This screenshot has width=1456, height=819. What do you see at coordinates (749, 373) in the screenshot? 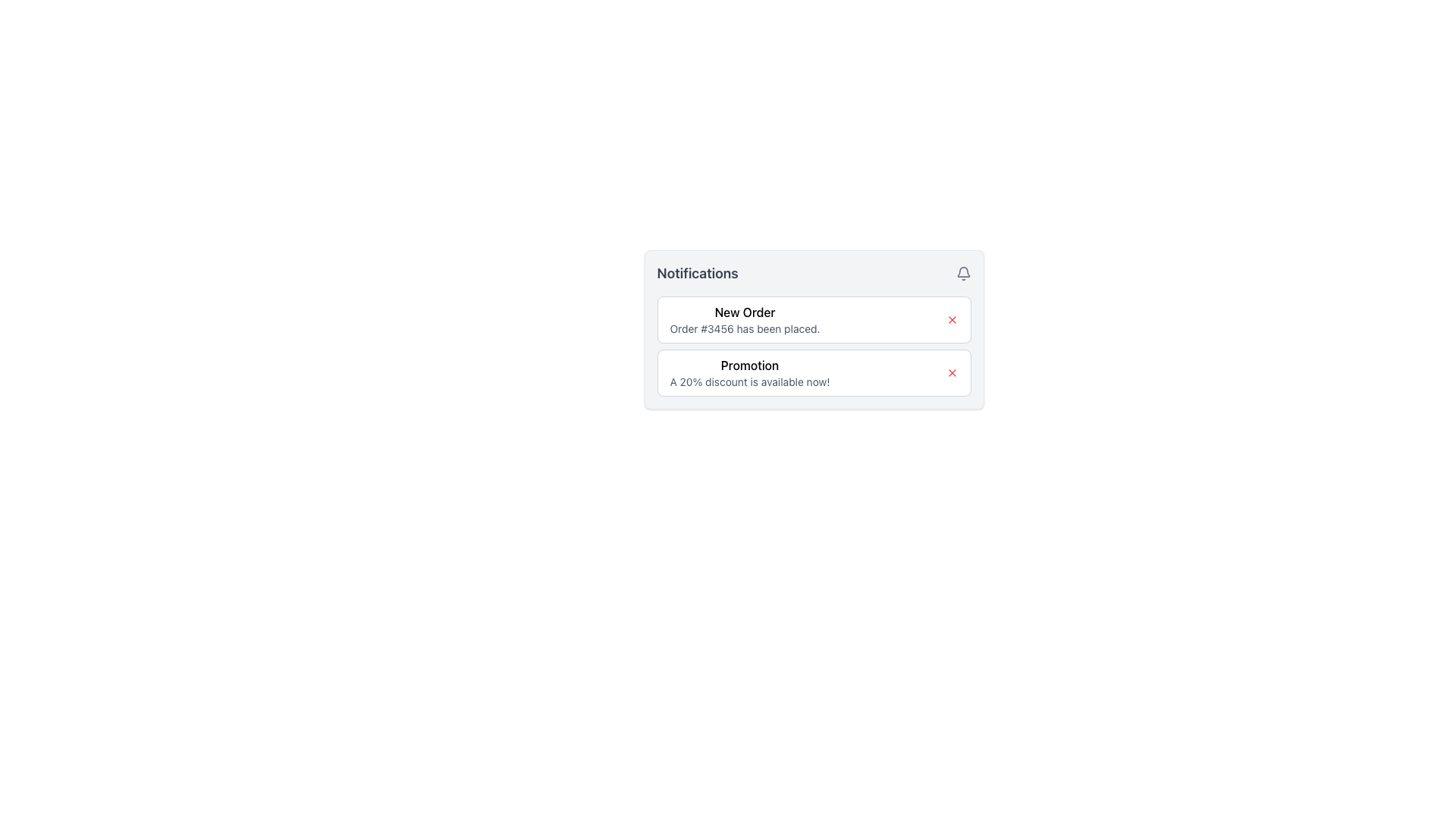
I see `the Text component with the bold header 'Promotion' and the descriptive text 'A 20% discount is available now!' located in the second notification entry under the 'Notifications' panel` at bounding box center [749, 373].